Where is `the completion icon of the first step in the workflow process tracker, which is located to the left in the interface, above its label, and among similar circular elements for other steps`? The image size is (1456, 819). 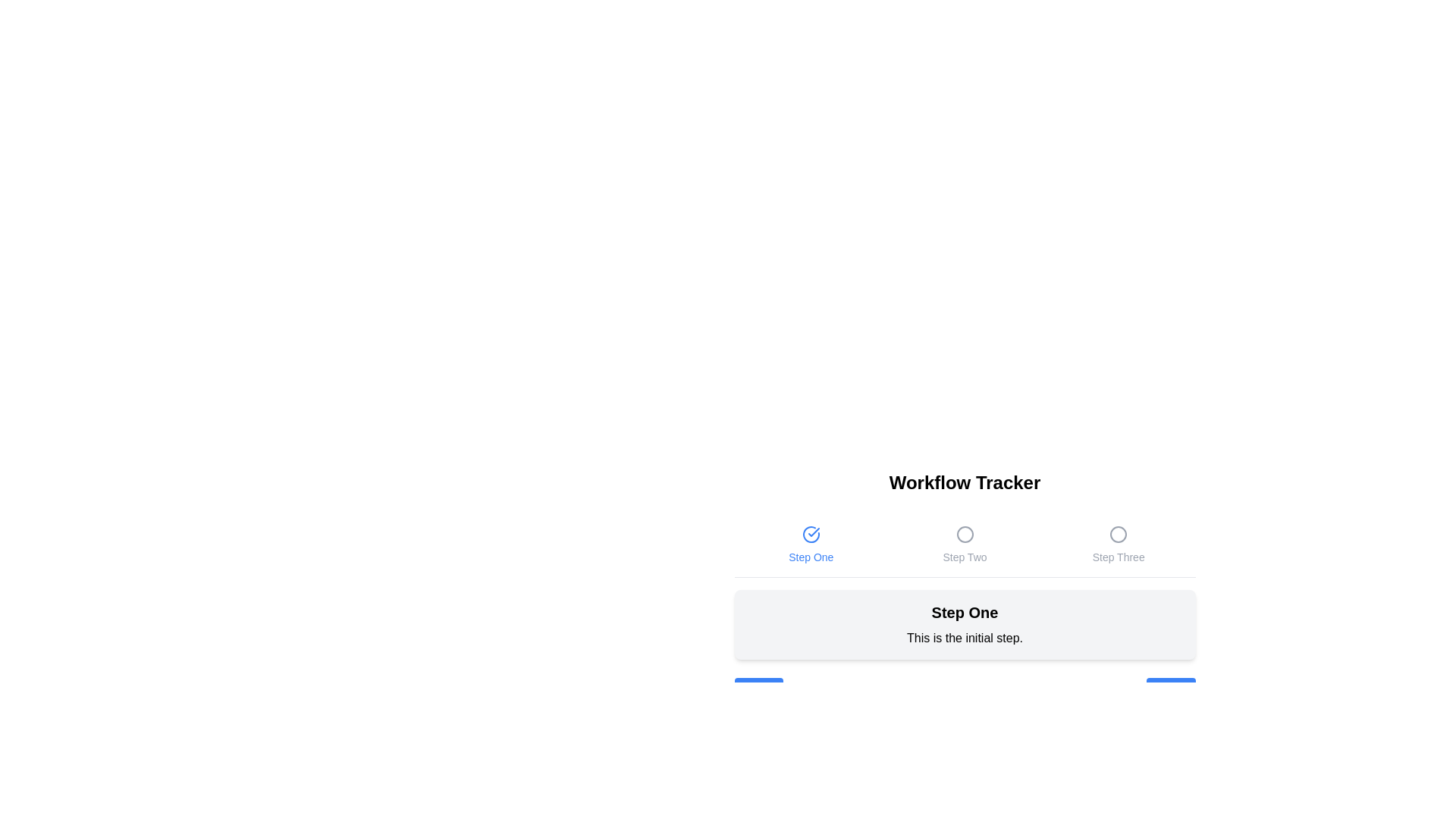
the completion icon of the first step in the workflow process tracker, which is located to the left in the interface, above its label, and among similar circular elements for other steps is located at coordinates (810, 534).